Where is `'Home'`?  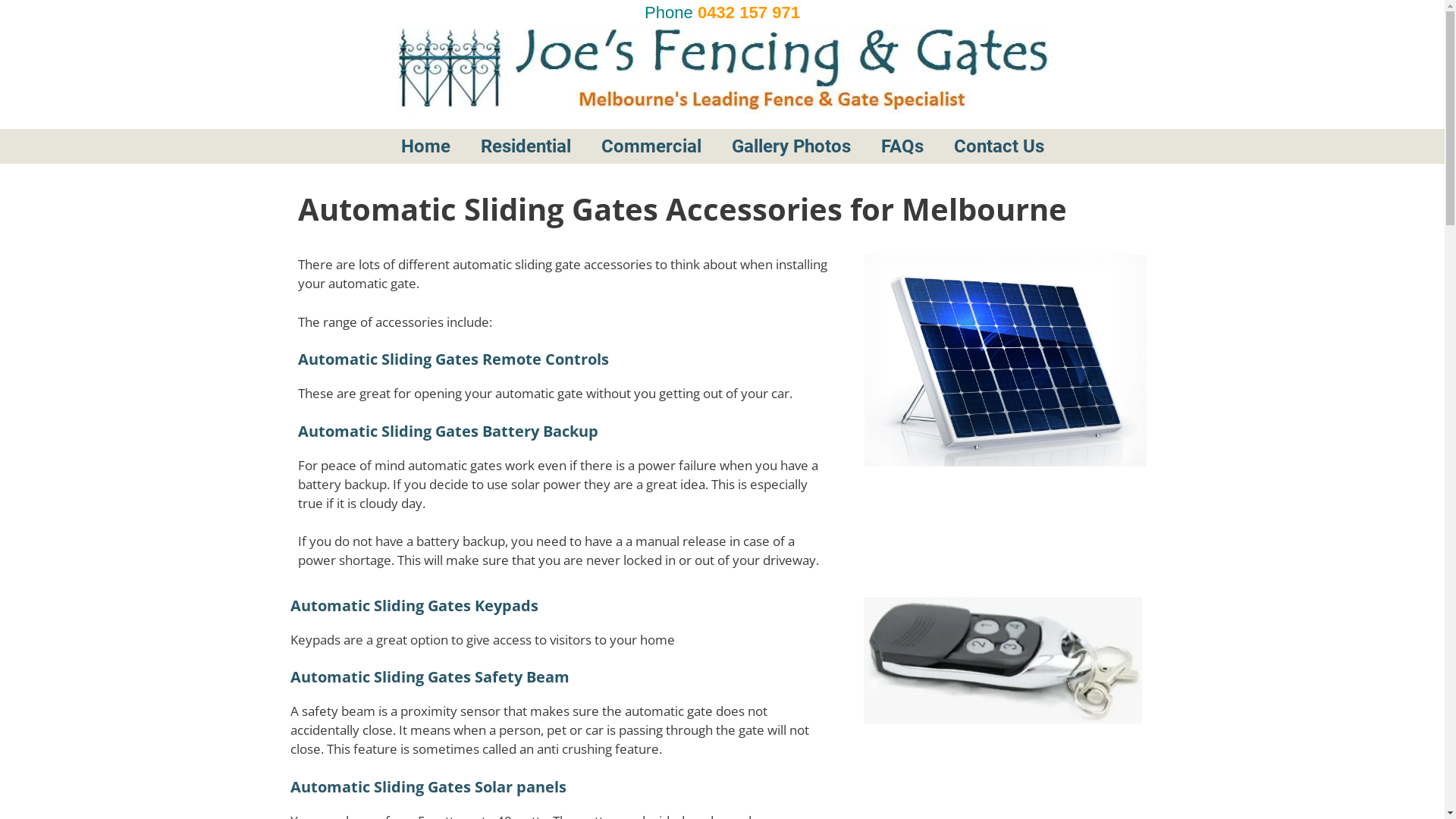 'Home' is located at coordinates (425, 146).